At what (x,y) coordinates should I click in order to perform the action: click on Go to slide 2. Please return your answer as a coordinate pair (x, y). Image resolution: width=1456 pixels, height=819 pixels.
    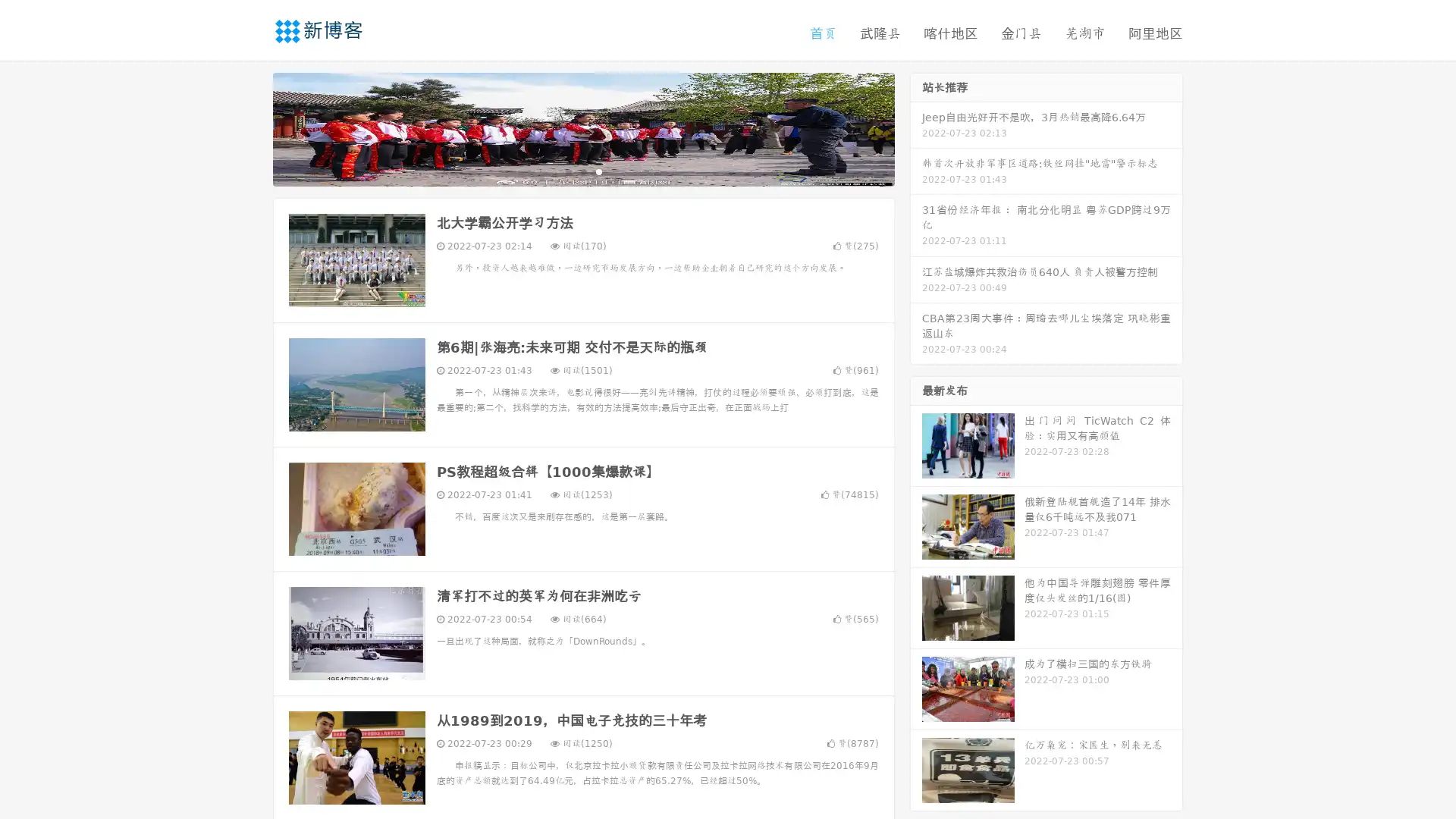
    Looking at the image, I should click on (582, 171).